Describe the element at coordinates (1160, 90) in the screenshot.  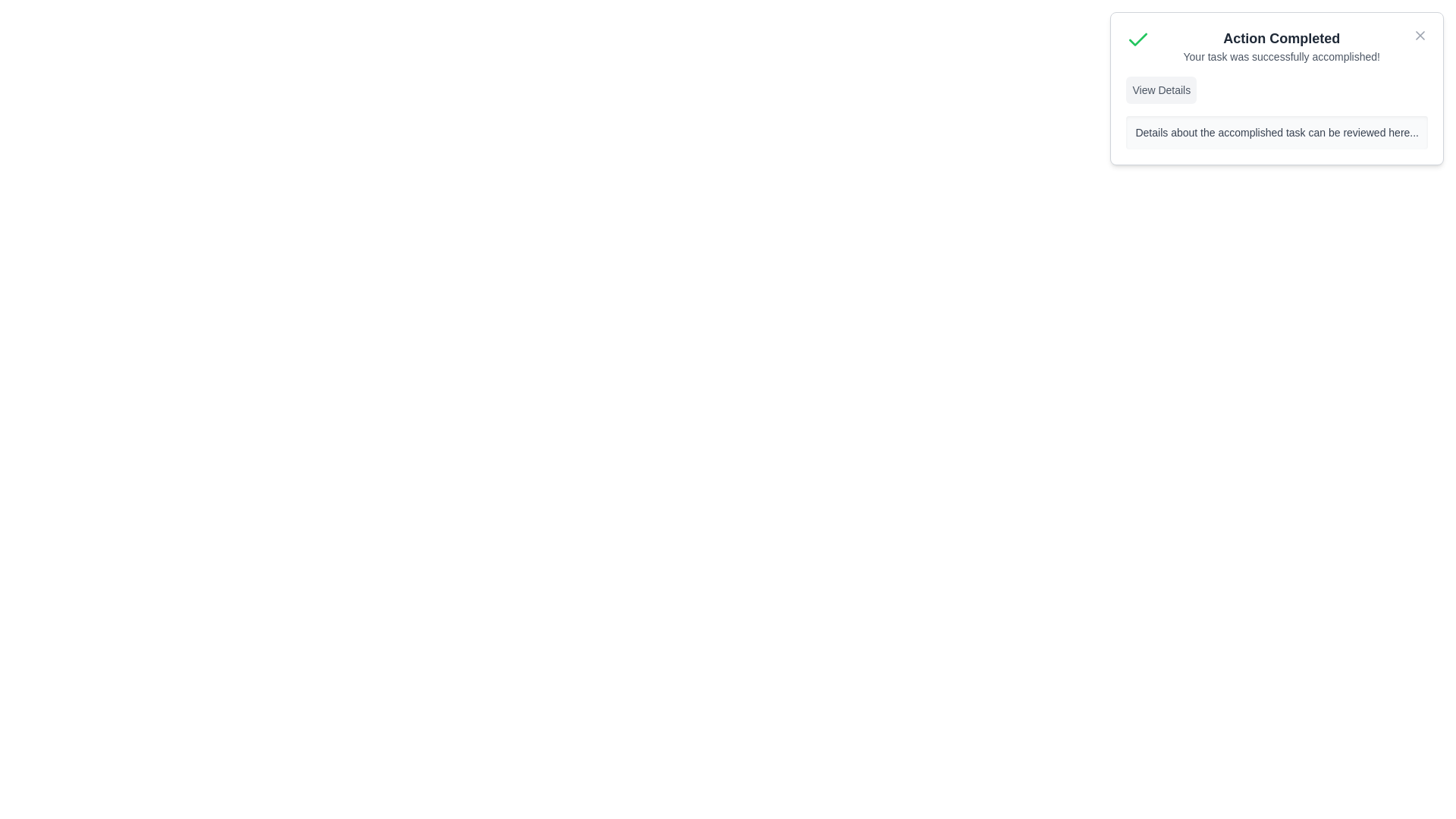
I see `'View Details' button to toggle the visibility of the details section` at that location.